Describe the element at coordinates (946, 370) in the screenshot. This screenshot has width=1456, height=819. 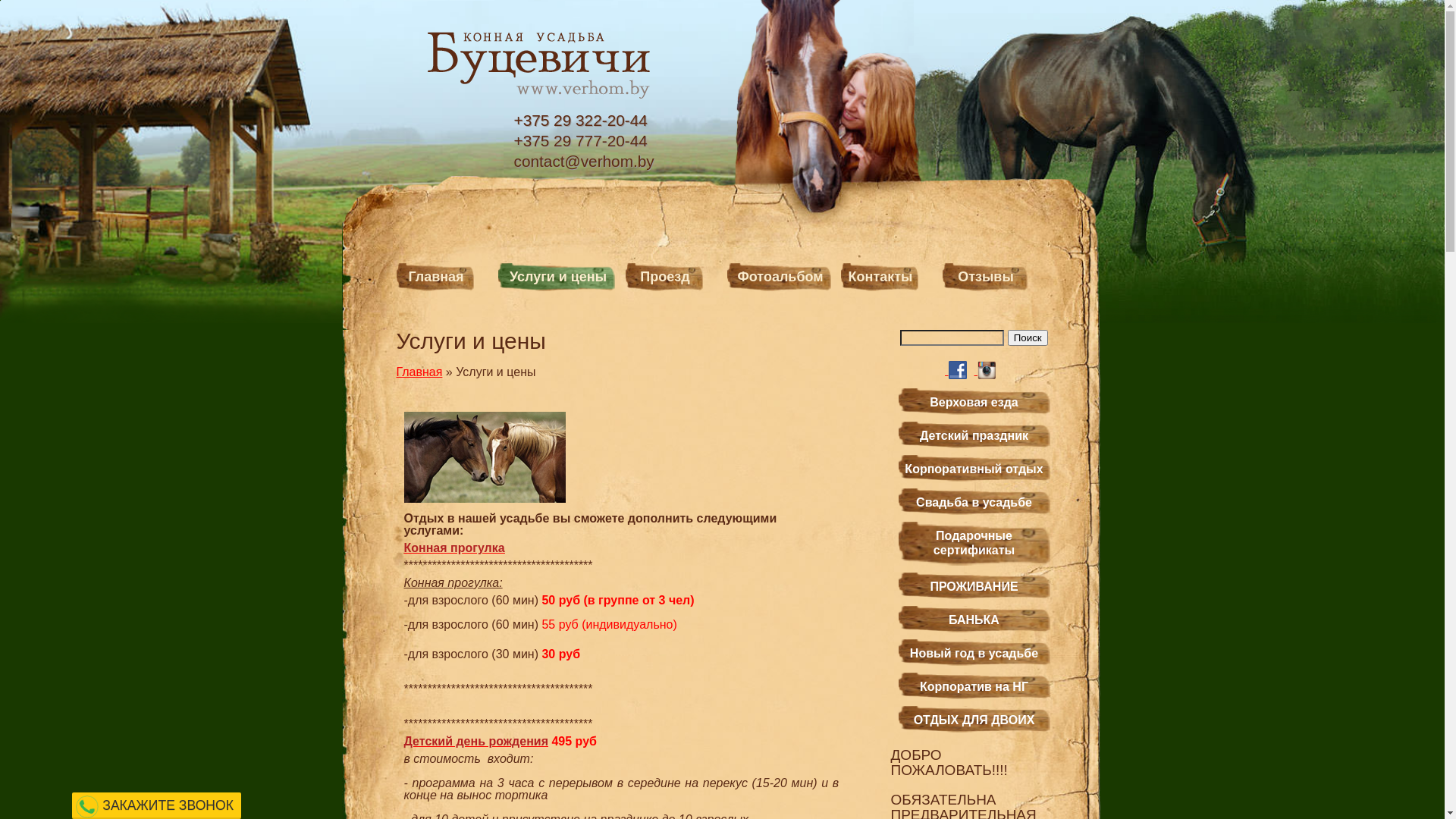
I see `' '` at that location.